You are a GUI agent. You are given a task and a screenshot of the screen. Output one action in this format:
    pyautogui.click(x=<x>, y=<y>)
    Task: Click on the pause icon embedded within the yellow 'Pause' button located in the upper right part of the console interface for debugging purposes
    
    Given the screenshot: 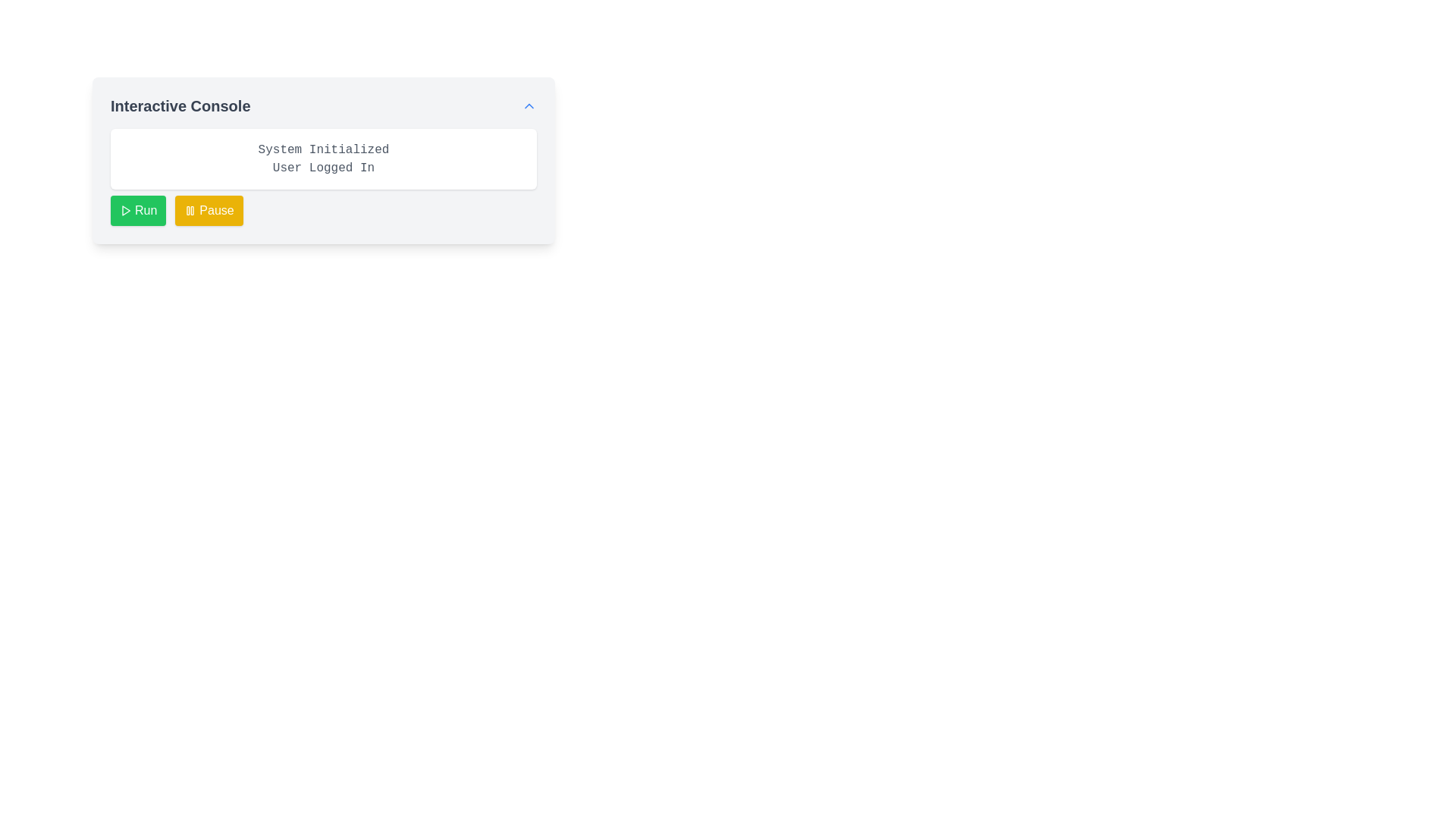 What is the action you would take?
    pyautogui.click(x=190, y=210)
    